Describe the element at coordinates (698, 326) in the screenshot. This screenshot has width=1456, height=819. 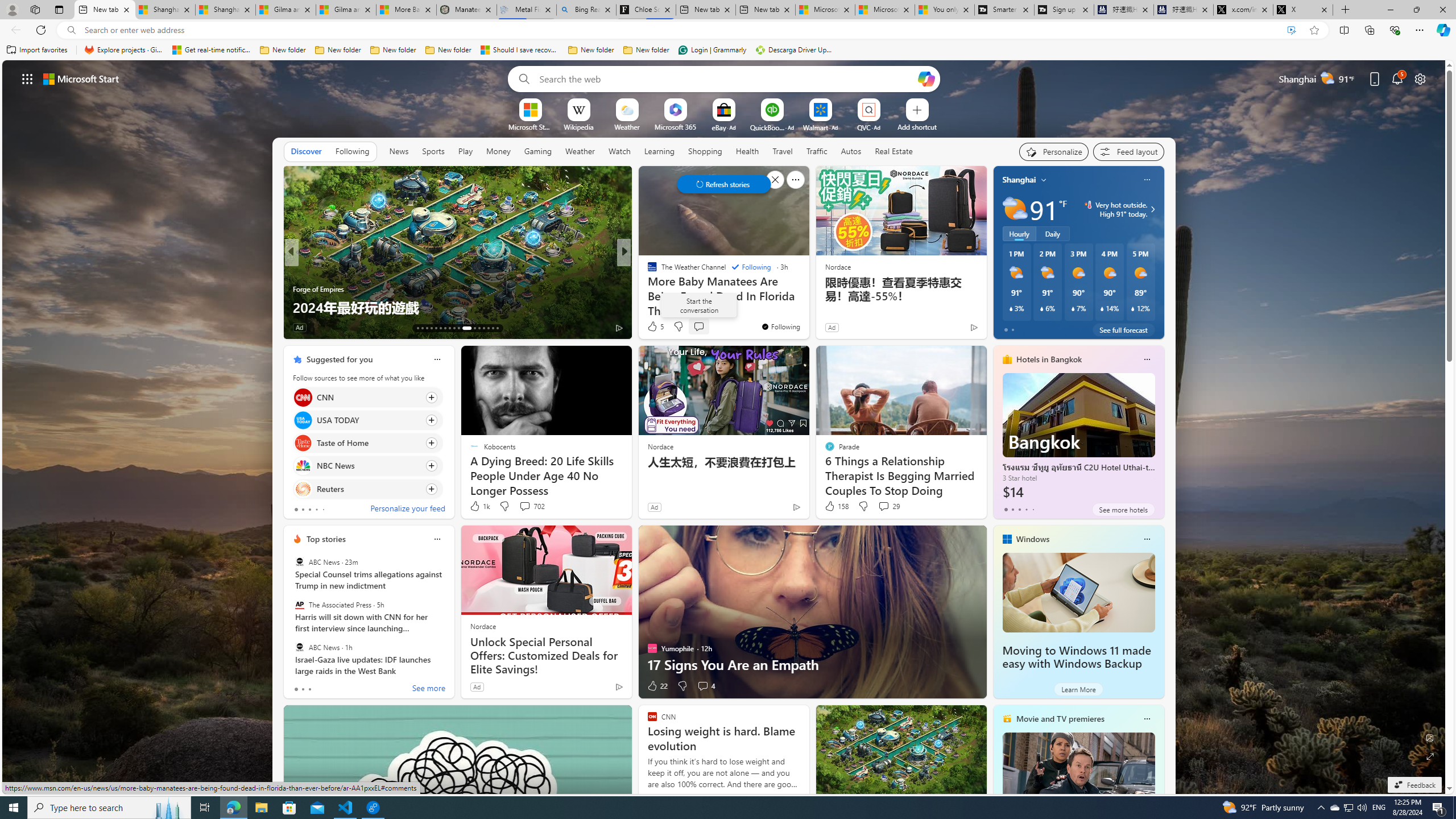
I see `'View comments 2 Comment'` at that location.